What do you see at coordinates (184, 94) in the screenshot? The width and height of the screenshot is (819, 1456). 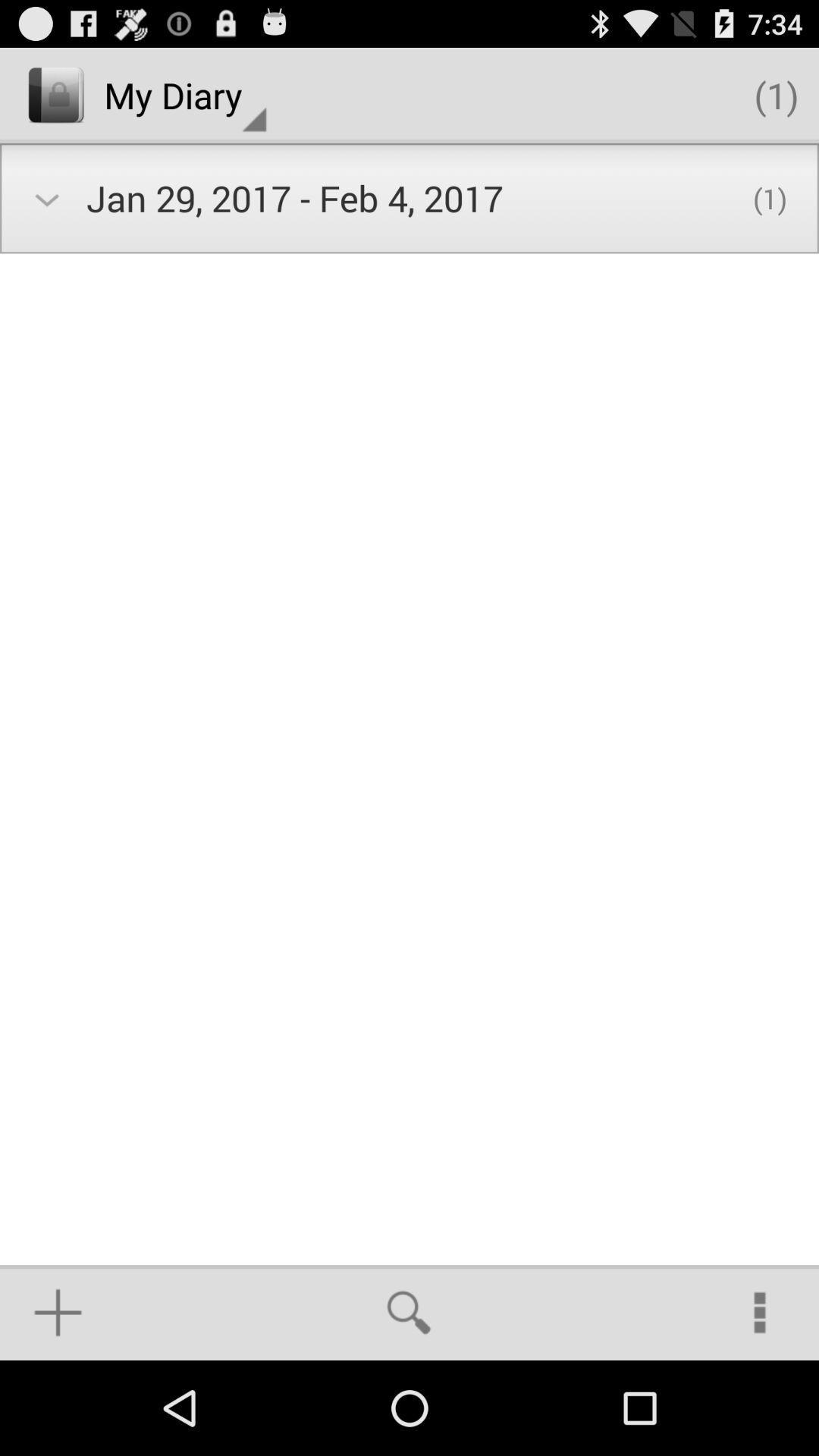 I see `icon above the jan 29 2017` at bounding box center [184, 94].